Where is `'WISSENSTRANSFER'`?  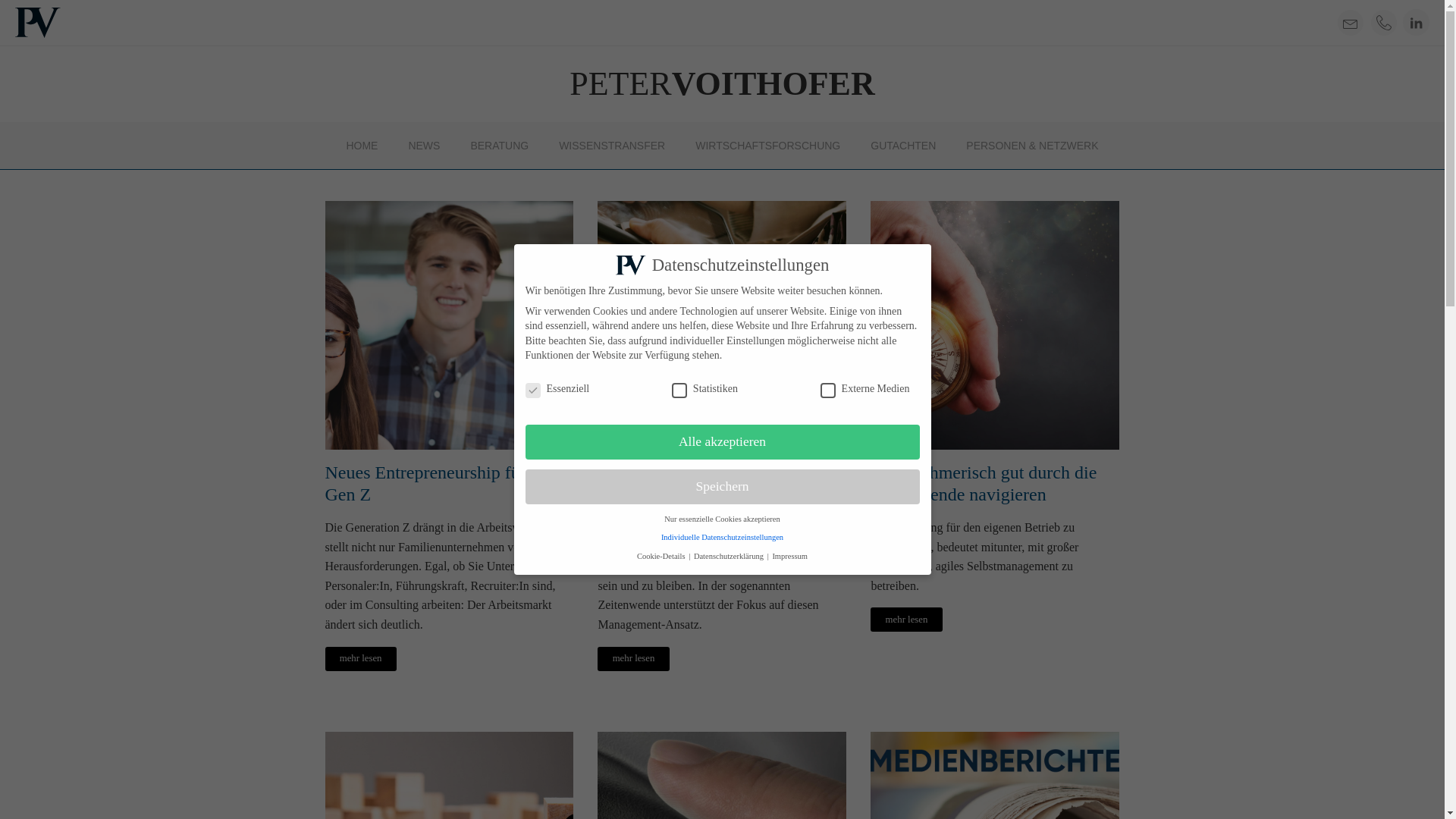 'WISSENSTRANSFER' is located at coordinates (611, 146).